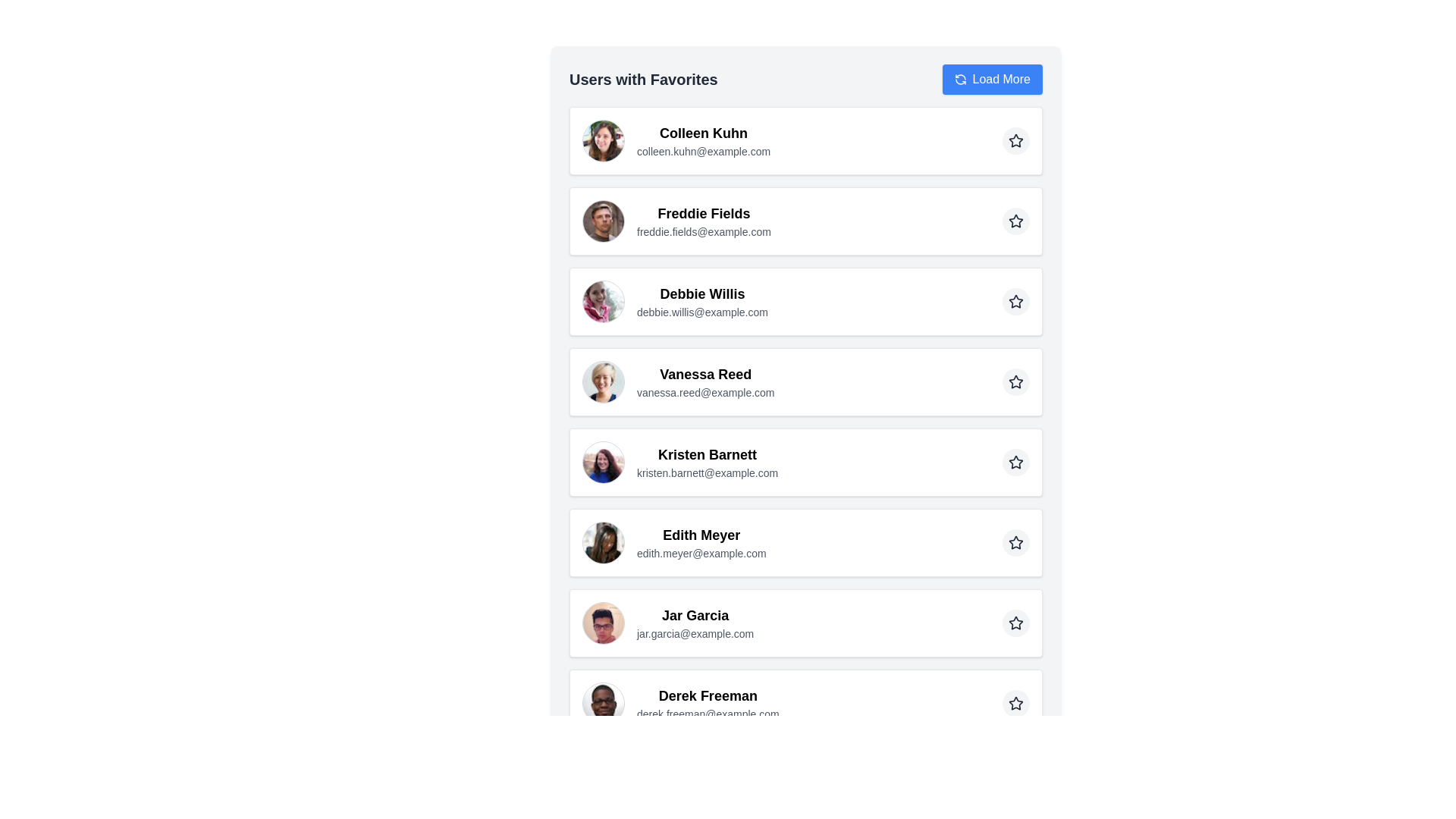 This screenshot has height=819, width=1456. I want to click on the profile picture of the user displayed on the profile card, which is the fifth item in the 'Users with Favorites' list, so click(805, 461).